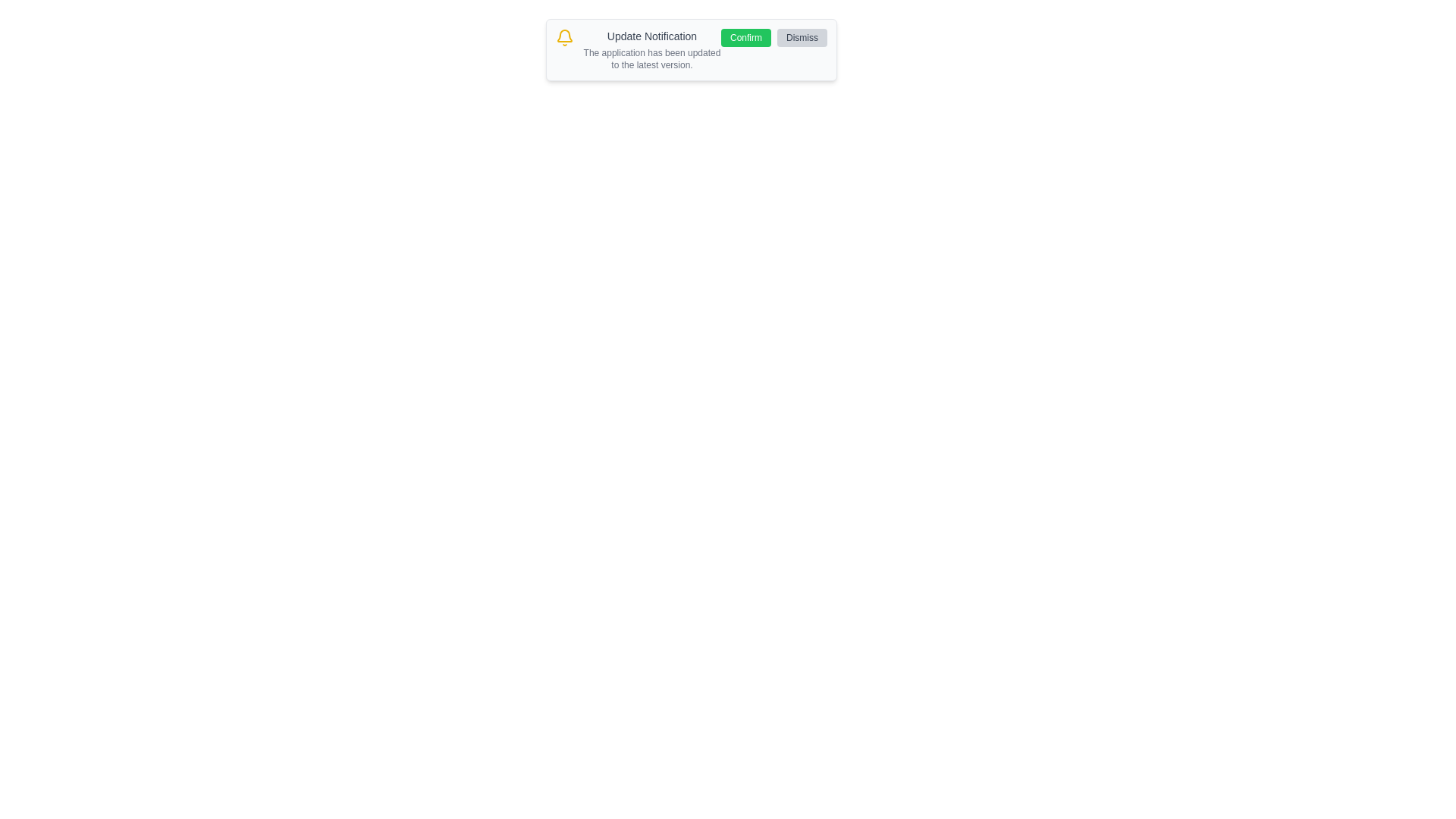  What do you see at coordinates (563, 37) in the screenshot?
I see `the yellow bell icon, which is positioned at the top-left of the notification box, adjacent to the 'Update Notification' text` at bounding box center [563, 37].